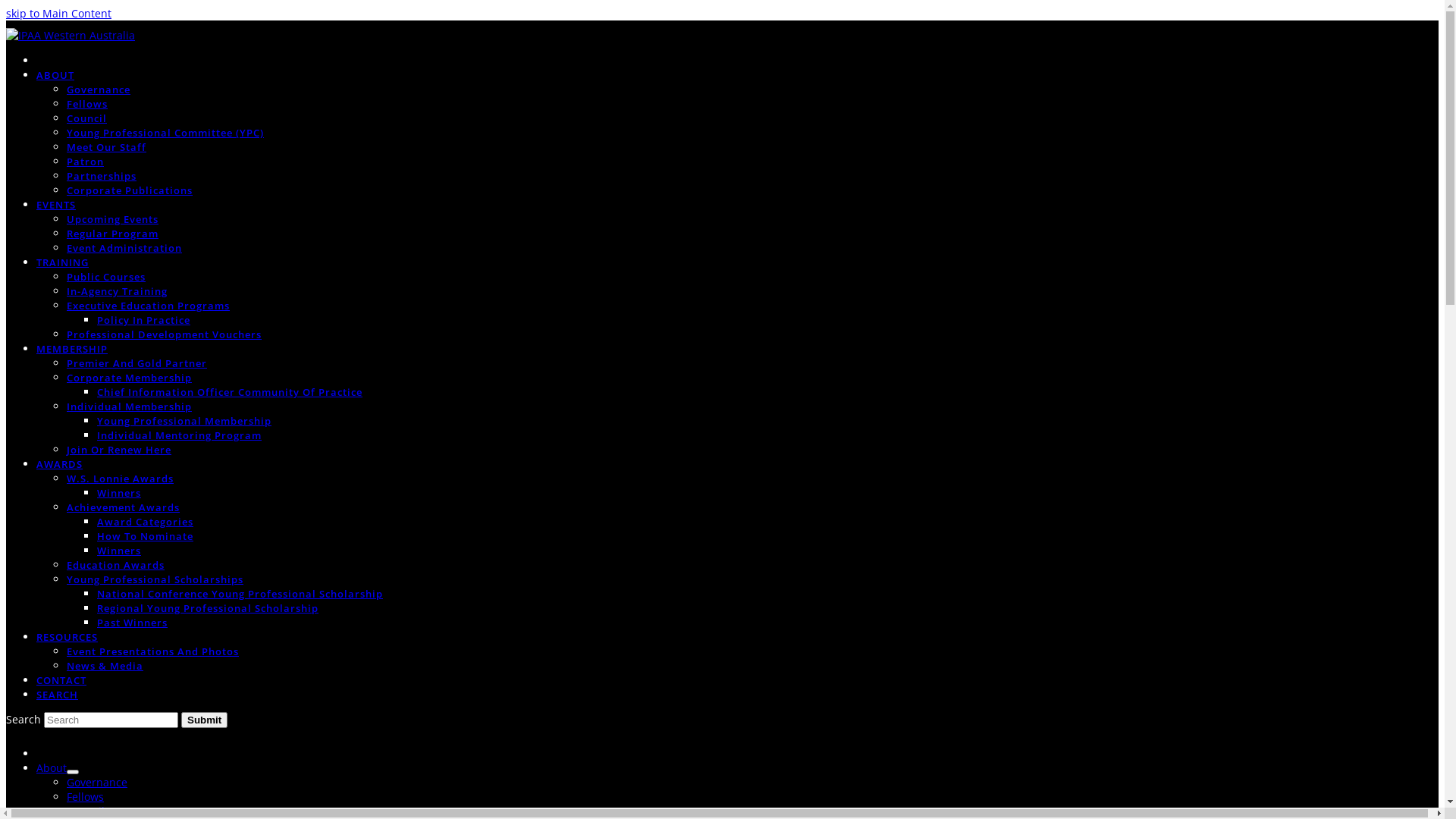 The image size is (1456, 819). What do you see at coordinates (96, 420) in the screenshot?
I see `'Young Professional Membership'` at bounding box center [96, 420].